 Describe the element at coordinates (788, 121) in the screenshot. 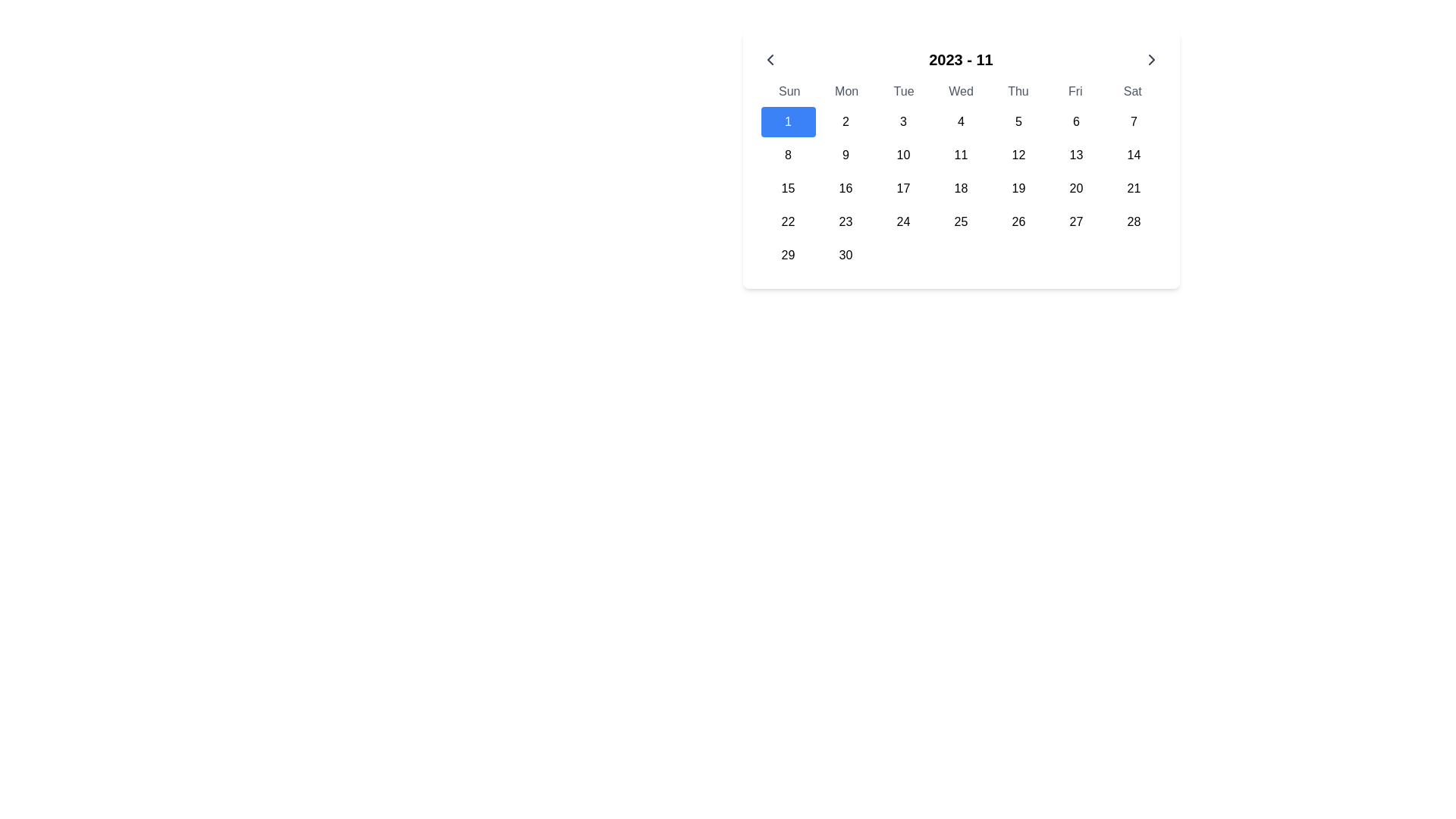

I see `the button displaying '1' with a blue background under the header 'Sun' in the calendar grid` at that location.